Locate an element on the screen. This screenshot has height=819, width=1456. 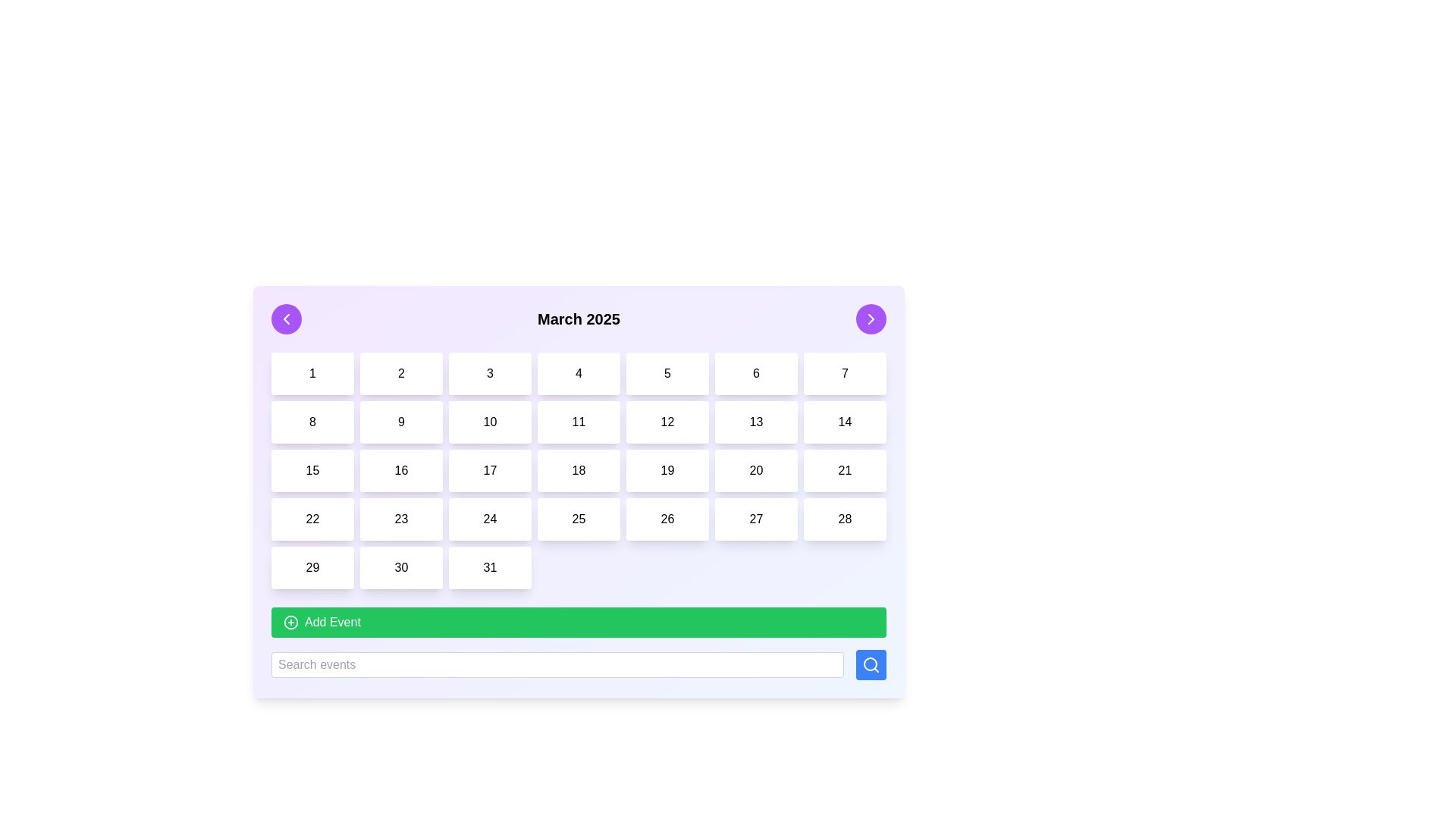
the static visual representation of the 6th day of the calendar month in the first row of a 7-column grid layout is located at coordinates (756, 374).